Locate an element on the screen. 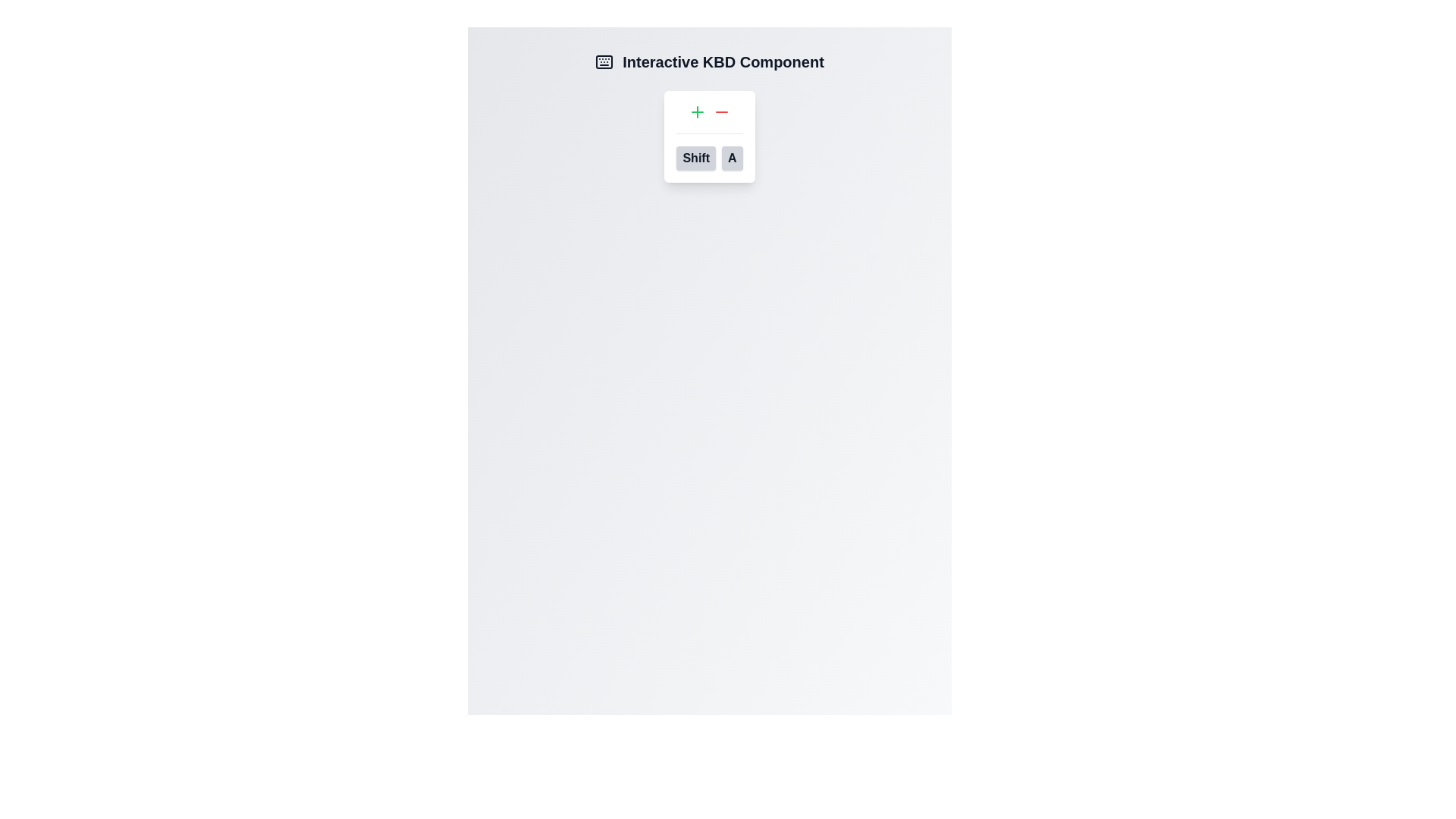 The height and width of the screenshot is (819, 1456). the green plus icon button located at the top left corner of the card is located at coordinates (697, 111).